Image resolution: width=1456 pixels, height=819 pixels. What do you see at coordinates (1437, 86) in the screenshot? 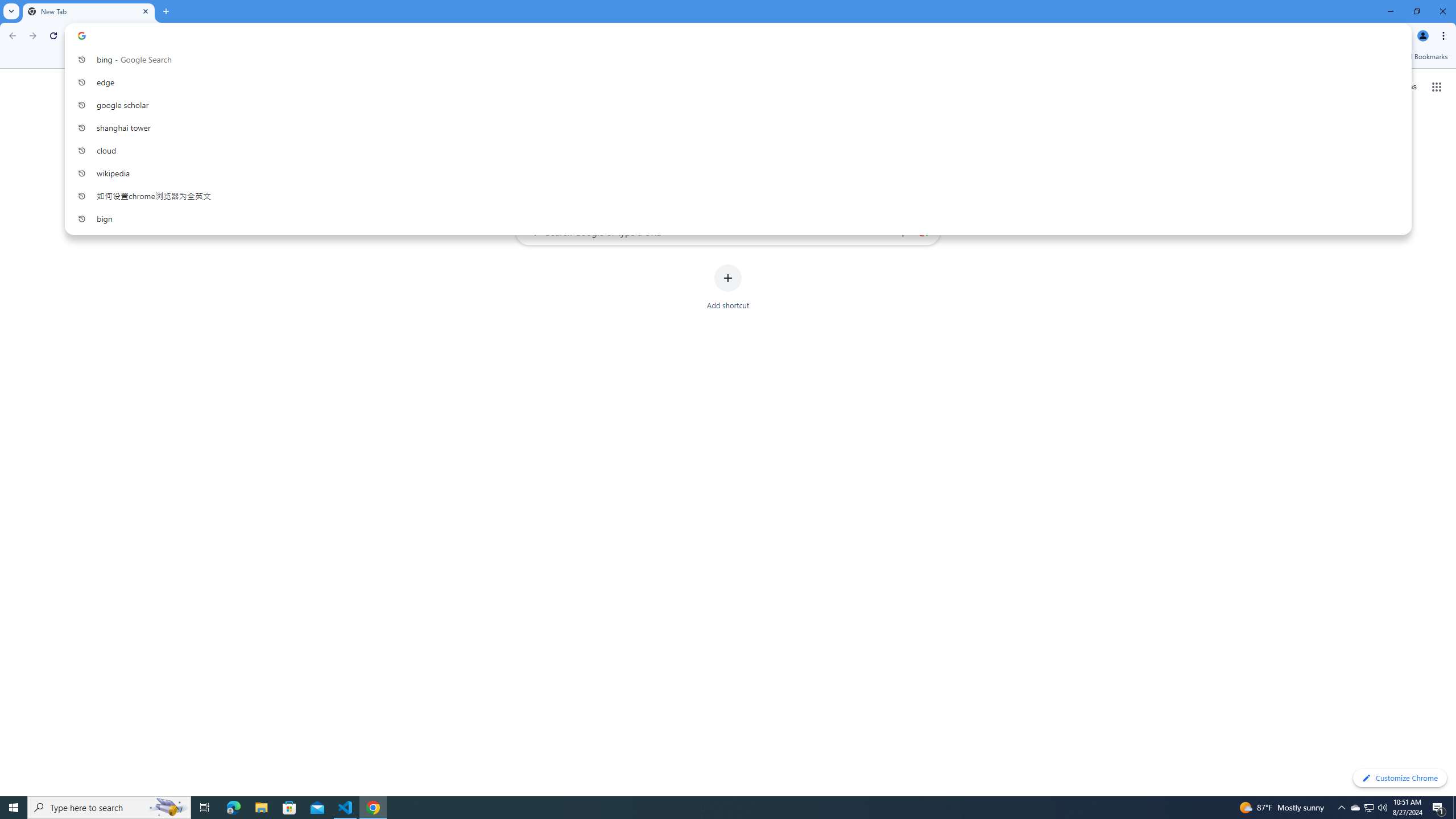
I see `'Google apps'` at bounding box center [1437, 86].